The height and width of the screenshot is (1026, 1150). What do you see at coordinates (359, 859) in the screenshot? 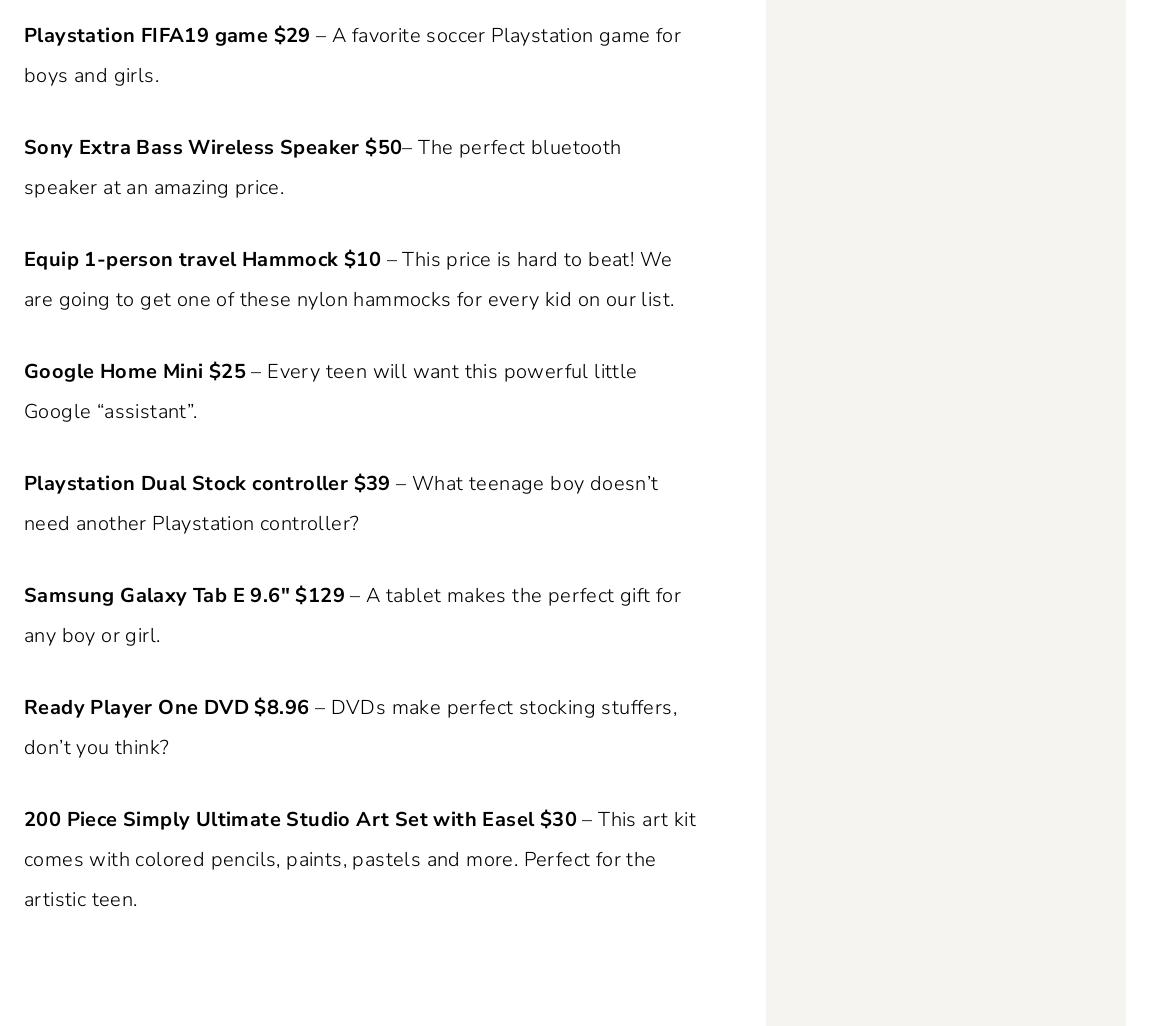
I see `'– This art kit comes with colored pencils, paints, pastels and more. Perfect for the artistic teen.'` at bounding box center [359, 859].